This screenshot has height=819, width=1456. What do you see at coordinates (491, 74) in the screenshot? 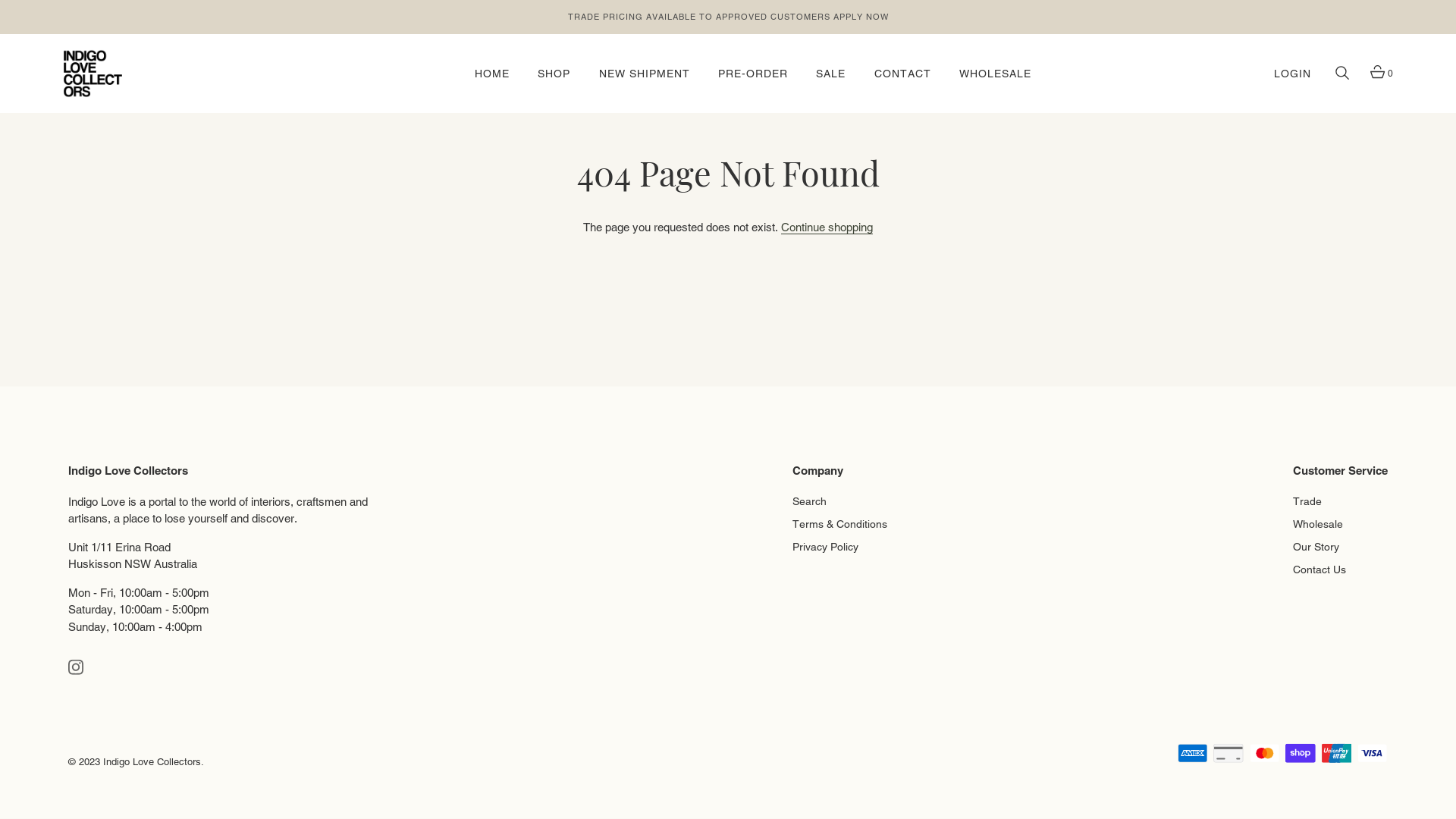
I see `'HOME'` at bounding box center [491, 74].